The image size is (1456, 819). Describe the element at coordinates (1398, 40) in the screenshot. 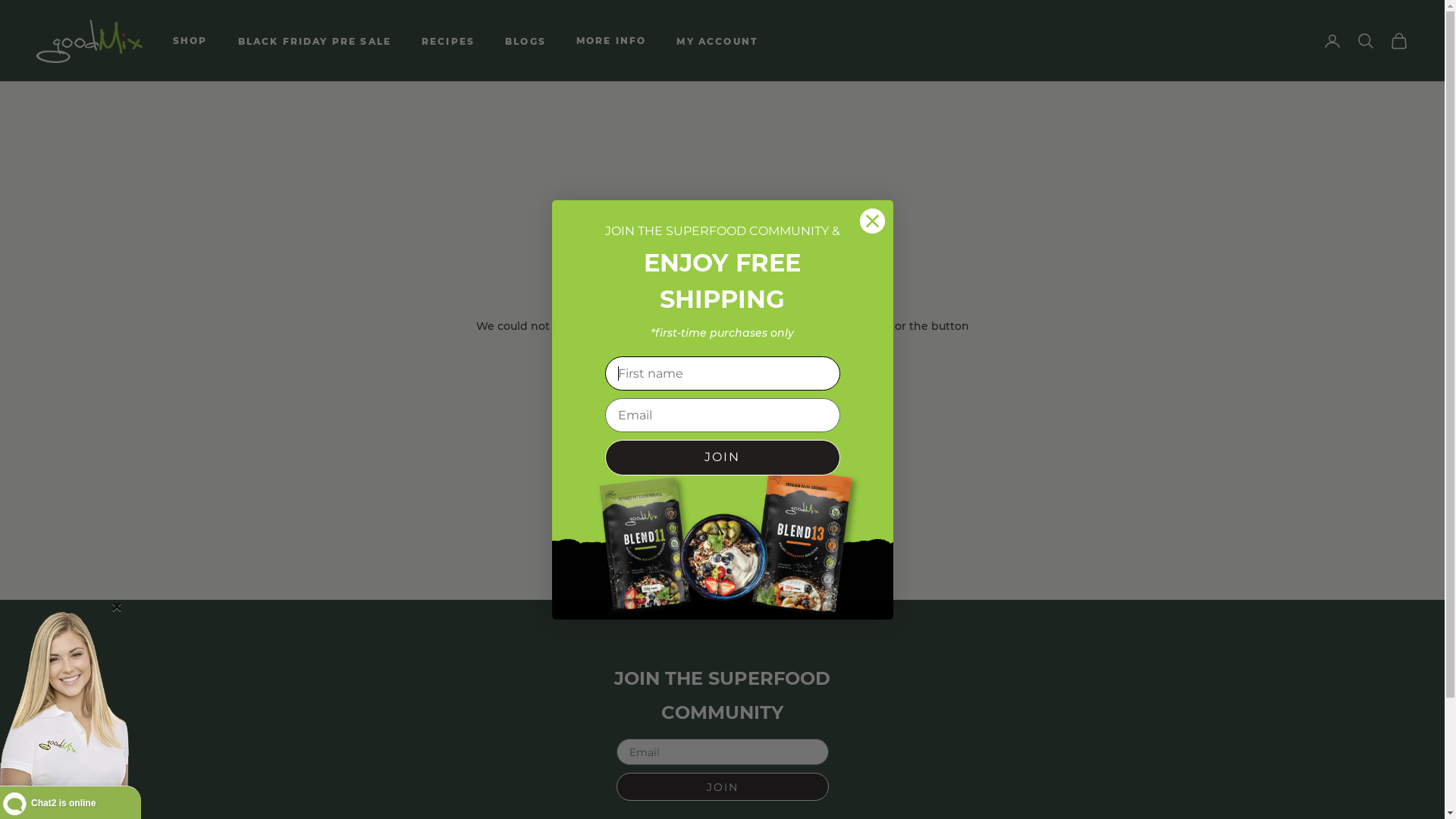

I see `'Open cart'` at that location.